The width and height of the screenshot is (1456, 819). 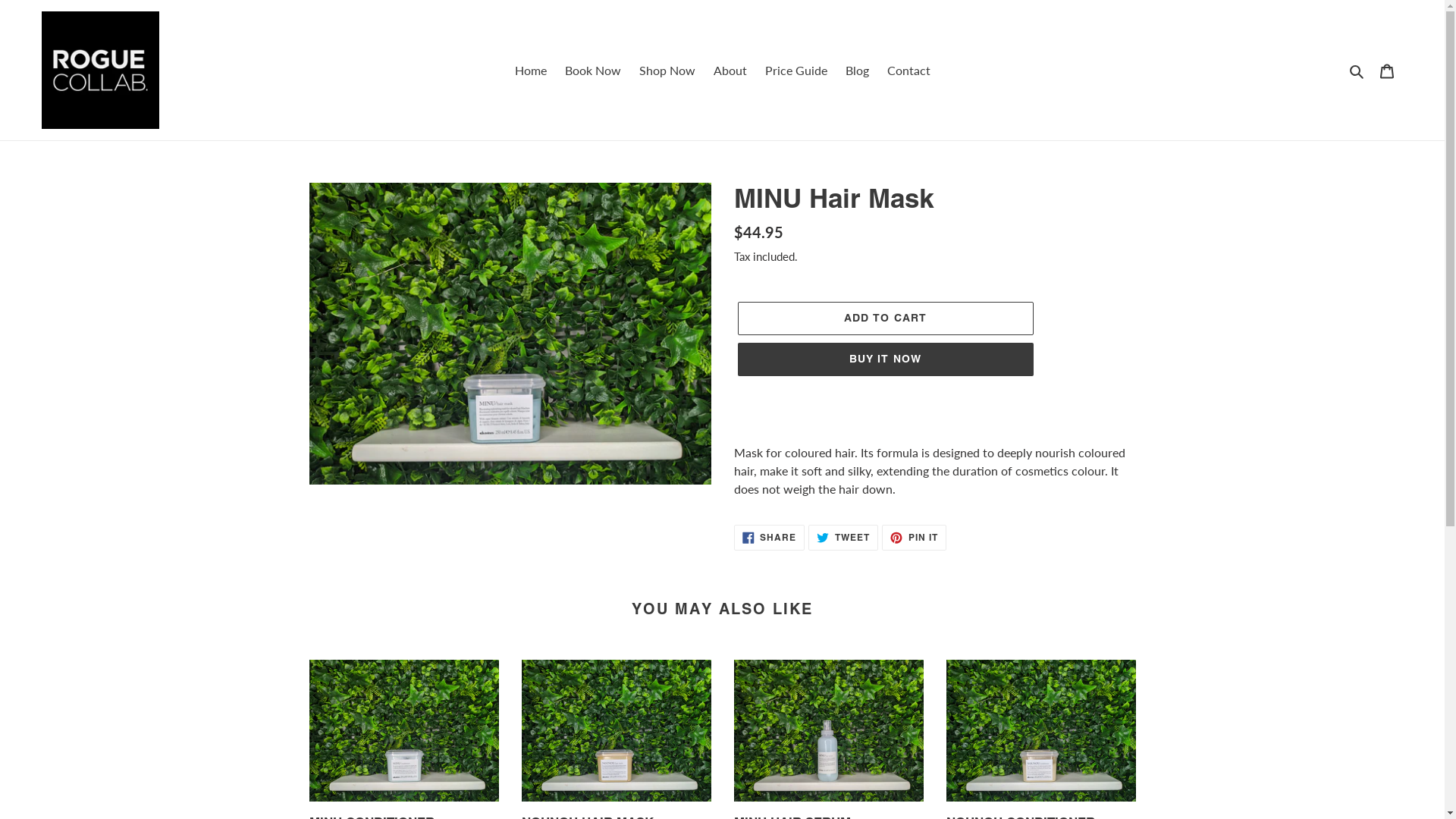 What do you see at coordinates (1386, 70) in the screenshot?
I see `'Cart'` at bounding box center [1386, 70].